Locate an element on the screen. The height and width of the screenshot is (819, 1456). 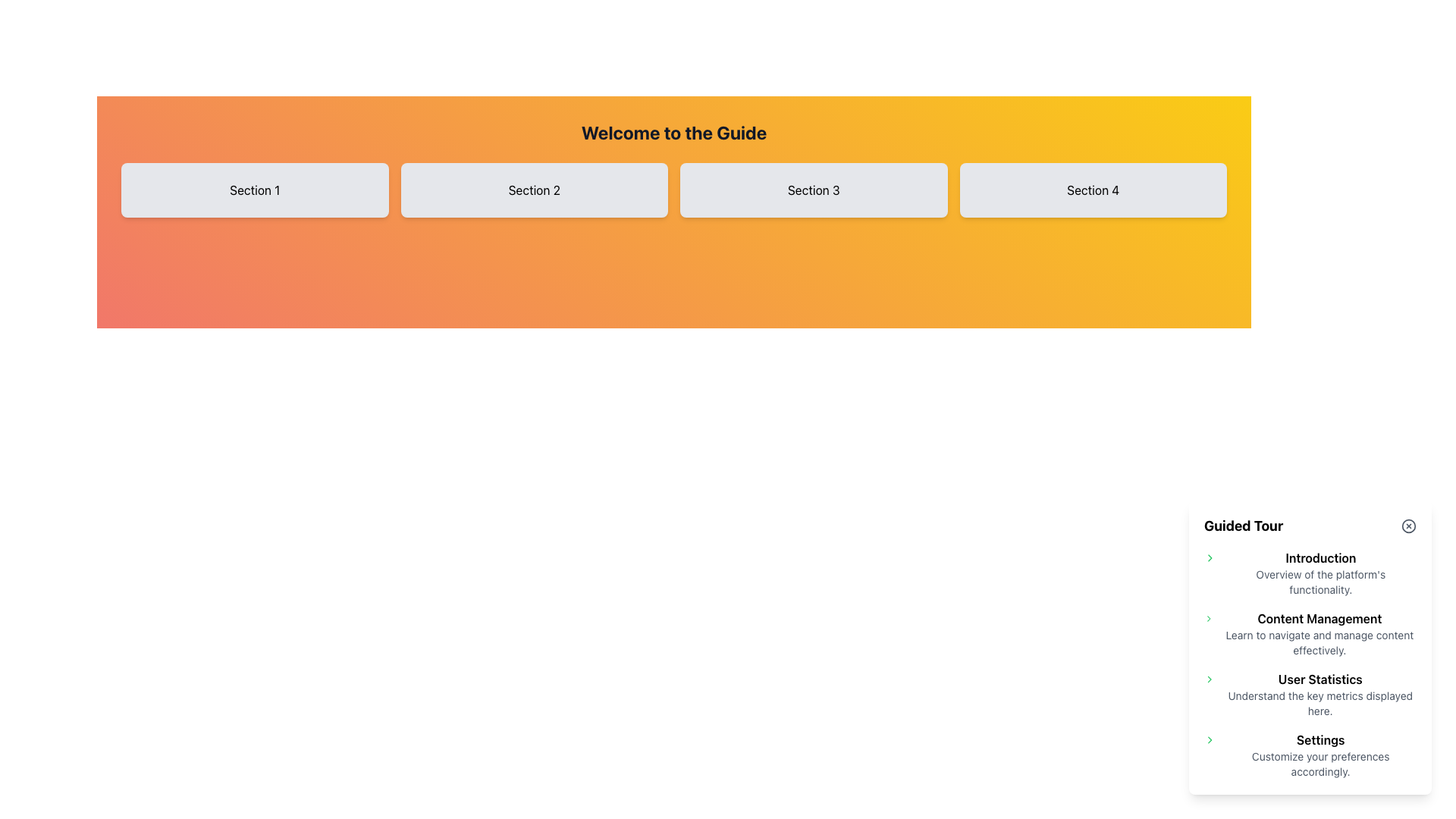
the text label that serves as a descriptive heading for the 'Guided Tour' section, positioned below 'Introduction' and above 'User Statistics' is located at coordinates (1319, 619).